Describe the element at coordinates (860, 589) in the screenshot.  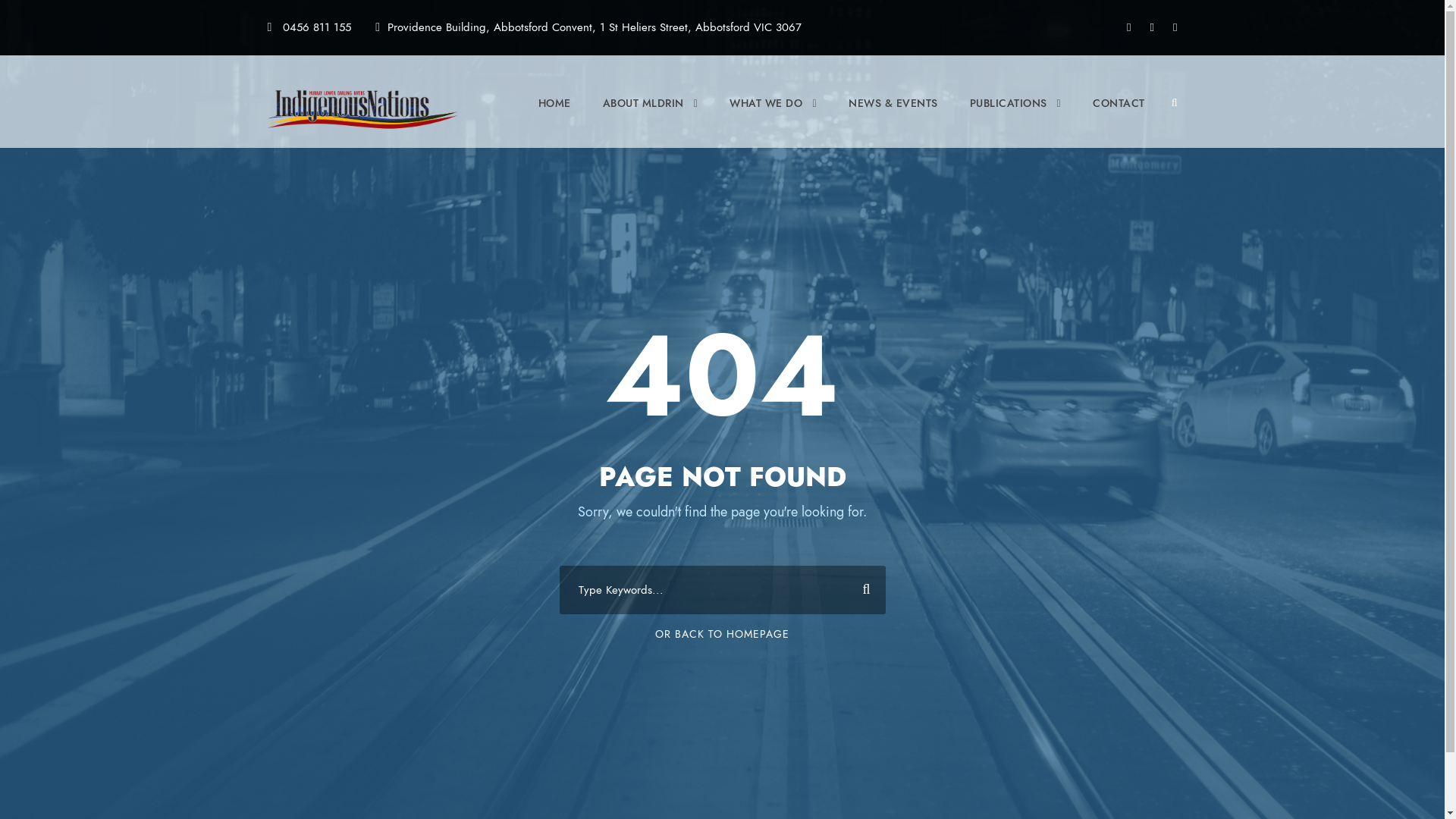
I see `'Search'` at that location.